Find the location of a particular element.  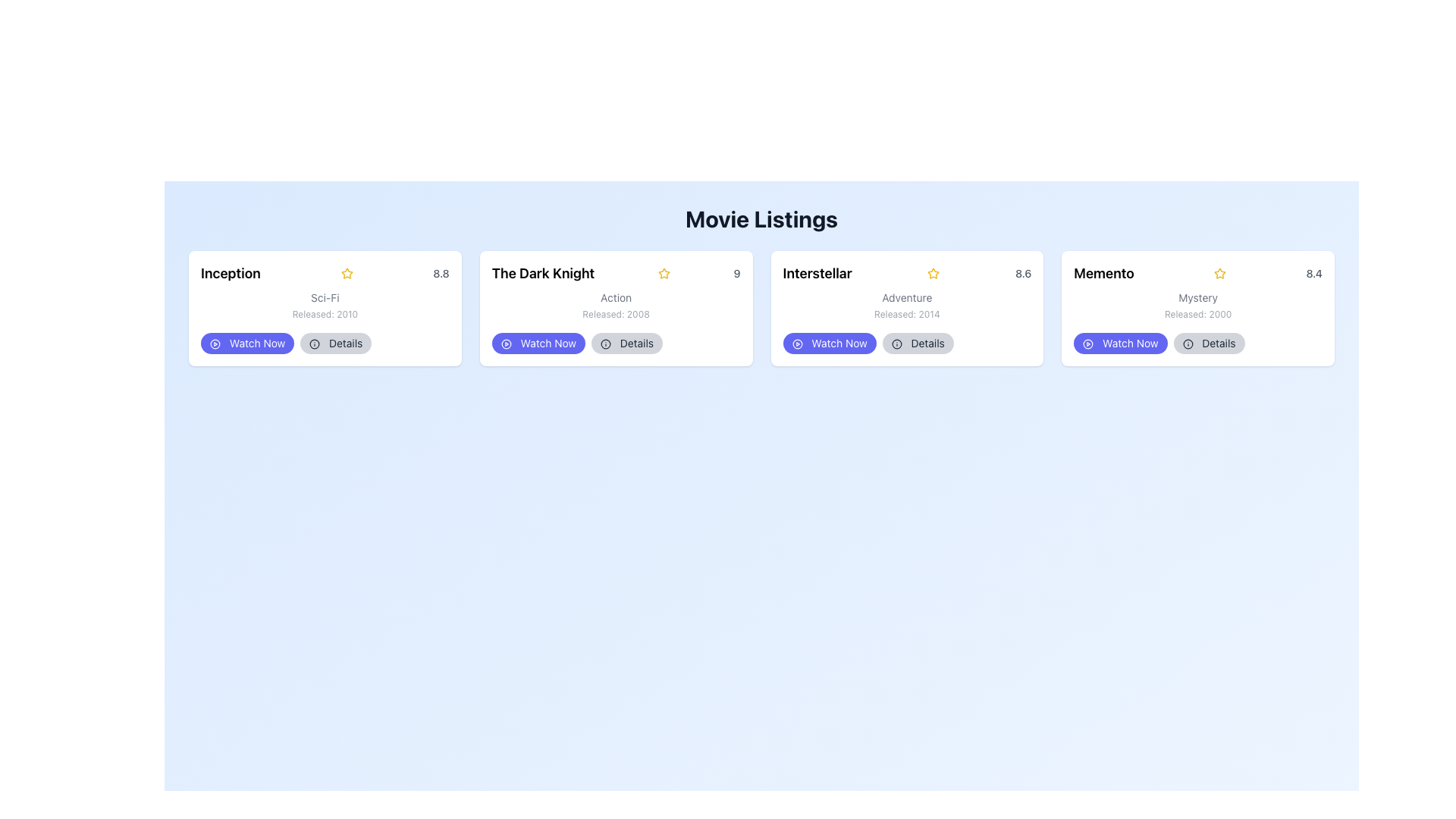

the small circular icon with a gray outline and an 'i' symbol, located to the left of the 'Details' text in the button below the movie card is located at coordinates (604, 344).